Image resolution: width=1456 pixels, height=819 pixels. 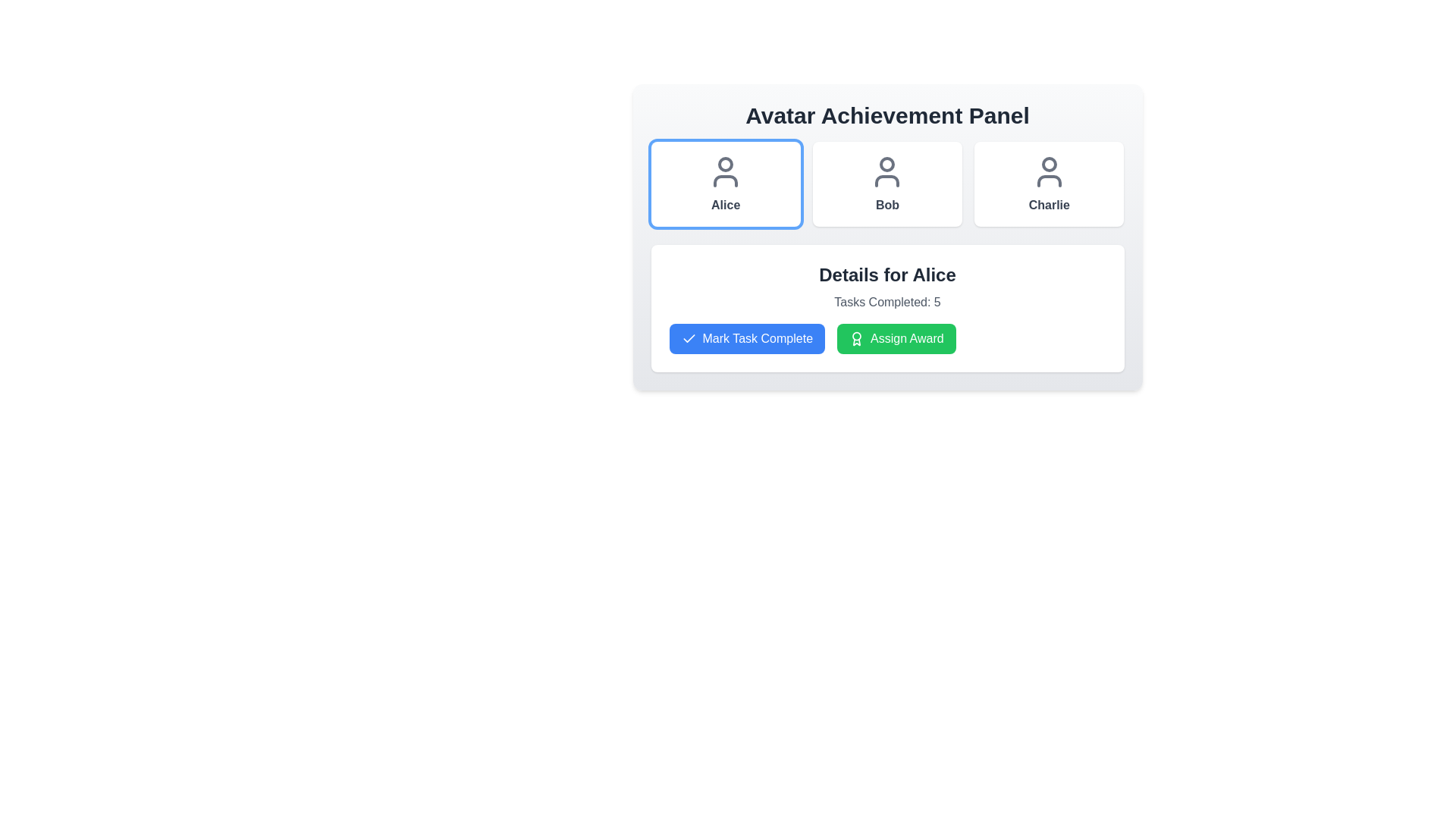 What do you see at coordinates (887, 164) in the screenshot?
I see `the circular shape representing the user avatar icon for 'Bob' located at the center of the head of the avatar figure` at bounding box center [887, 164].